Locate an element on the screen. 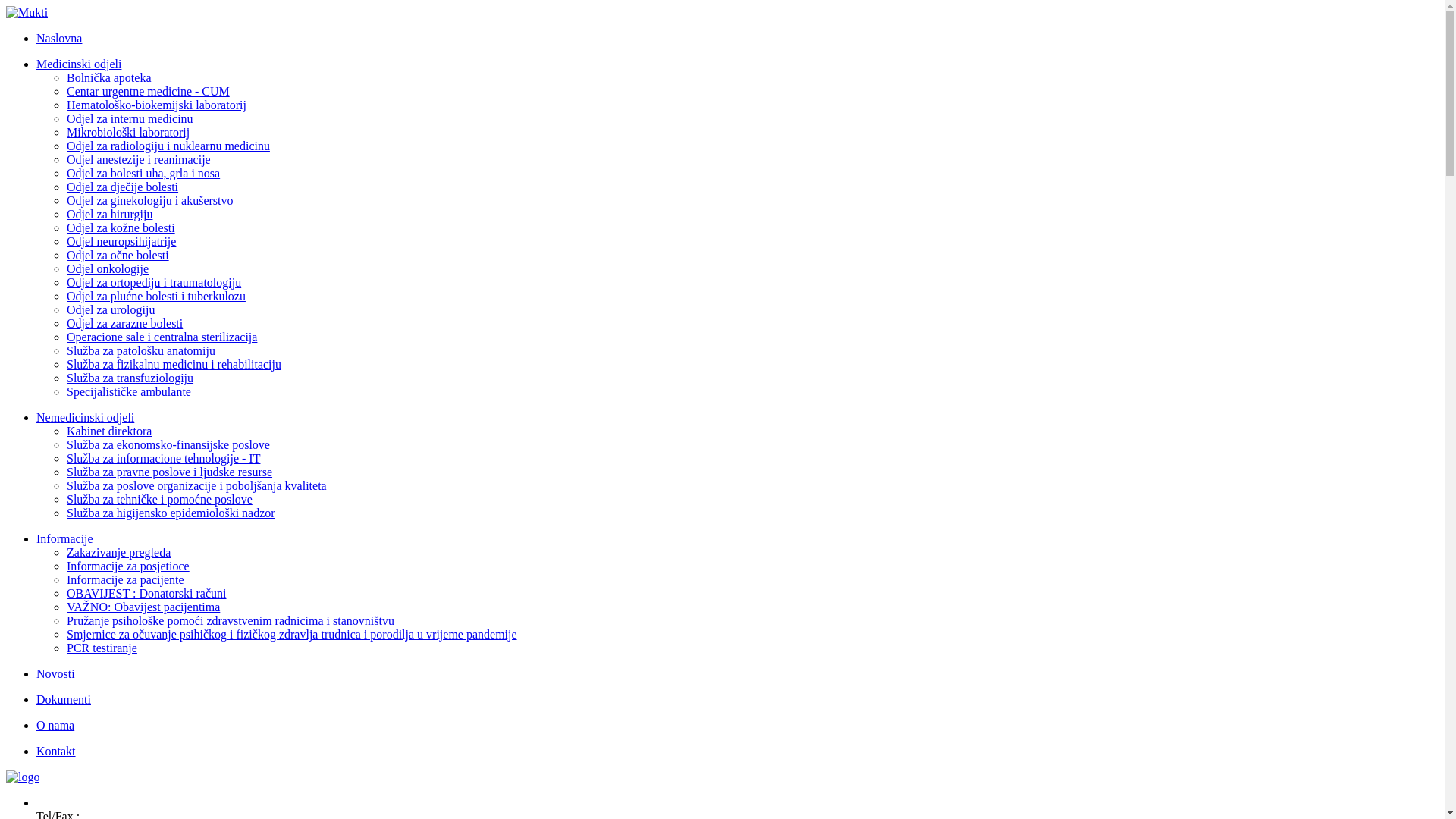  'Kontakt' is located at coordinates (36, 751).